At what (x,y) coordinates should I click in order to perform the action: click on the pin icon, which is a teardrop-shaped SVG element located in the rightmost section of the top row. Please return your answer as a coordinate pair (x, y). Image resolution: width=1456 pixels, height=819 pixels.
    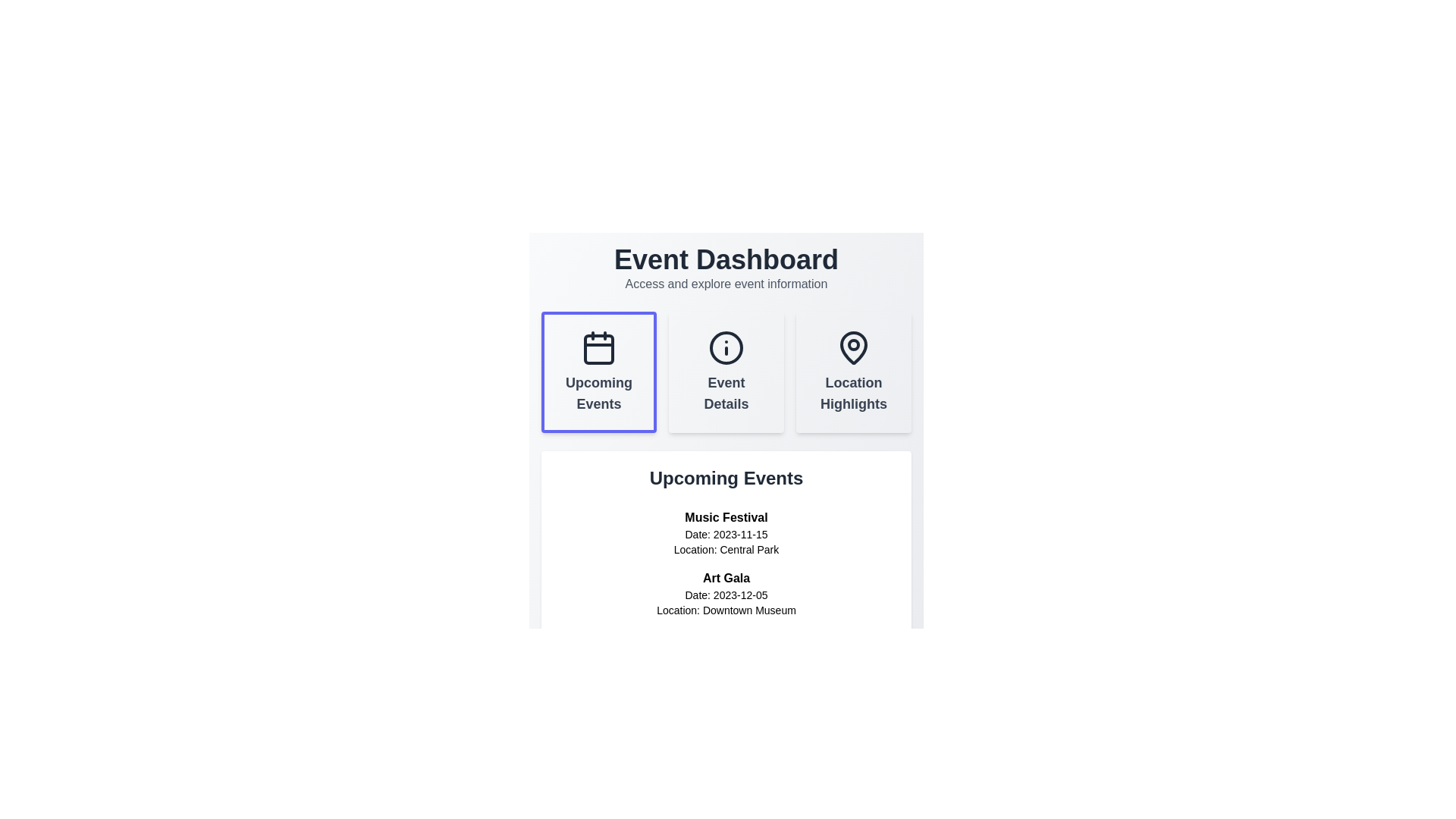
    Looking at the image, I should click on (854, 347).